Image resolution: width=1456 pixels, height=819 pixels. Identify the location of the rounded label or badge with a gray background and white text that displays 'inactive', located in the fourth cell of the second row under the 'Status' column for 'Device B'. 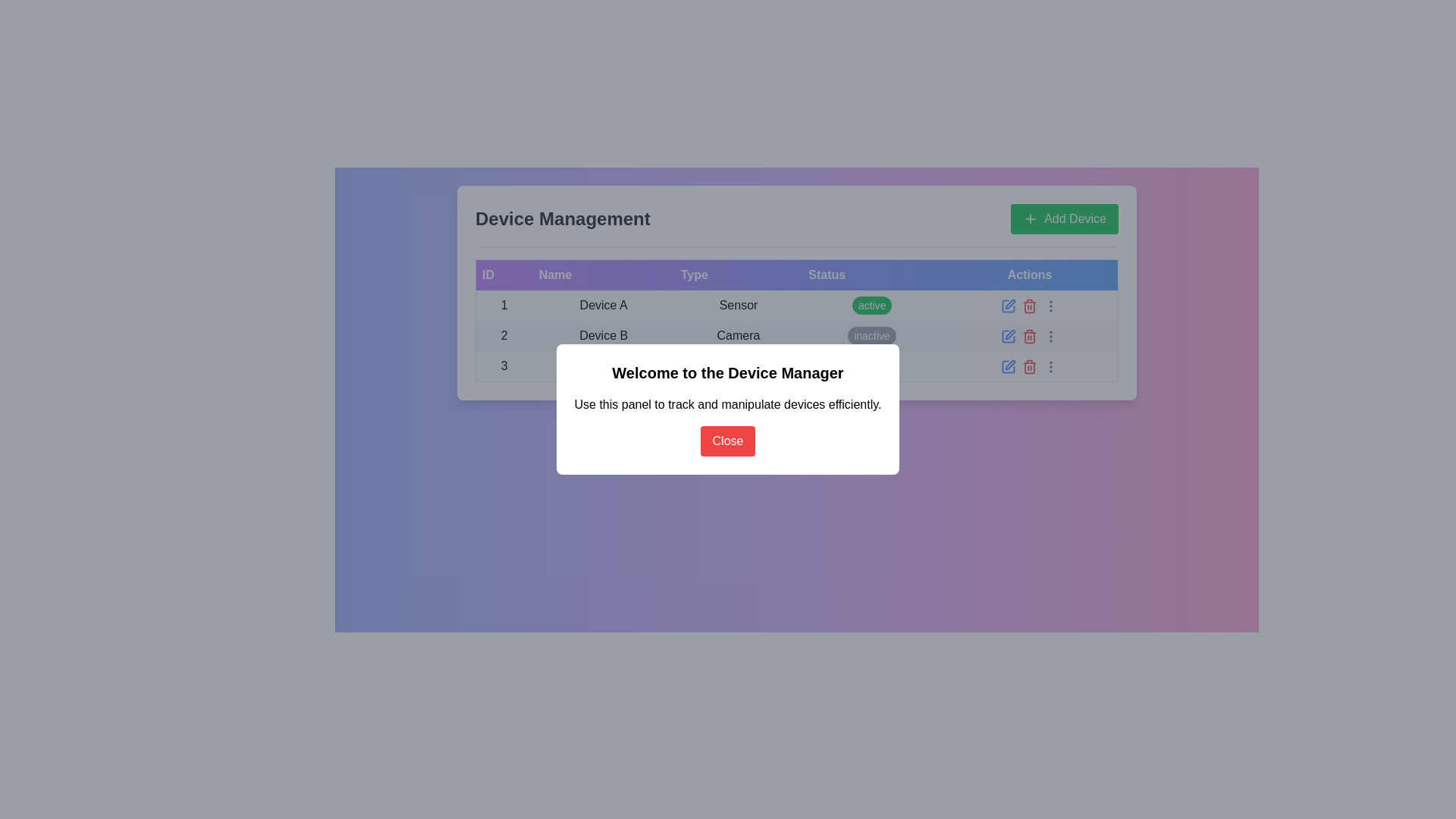
(872, 335).